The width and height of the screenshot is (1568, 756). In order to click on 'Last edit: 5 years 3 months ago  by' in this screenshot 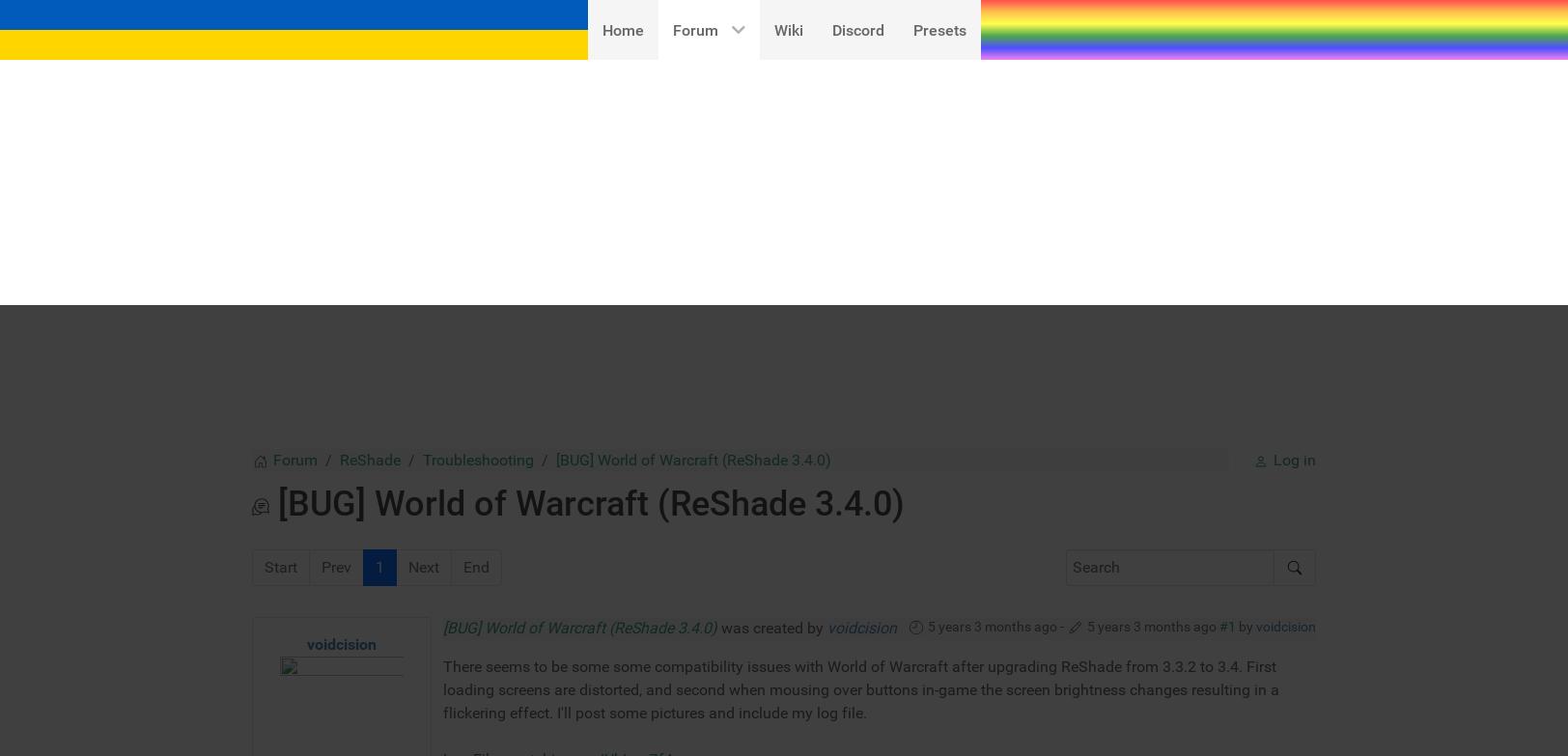, I will do `click(458, 693)`.